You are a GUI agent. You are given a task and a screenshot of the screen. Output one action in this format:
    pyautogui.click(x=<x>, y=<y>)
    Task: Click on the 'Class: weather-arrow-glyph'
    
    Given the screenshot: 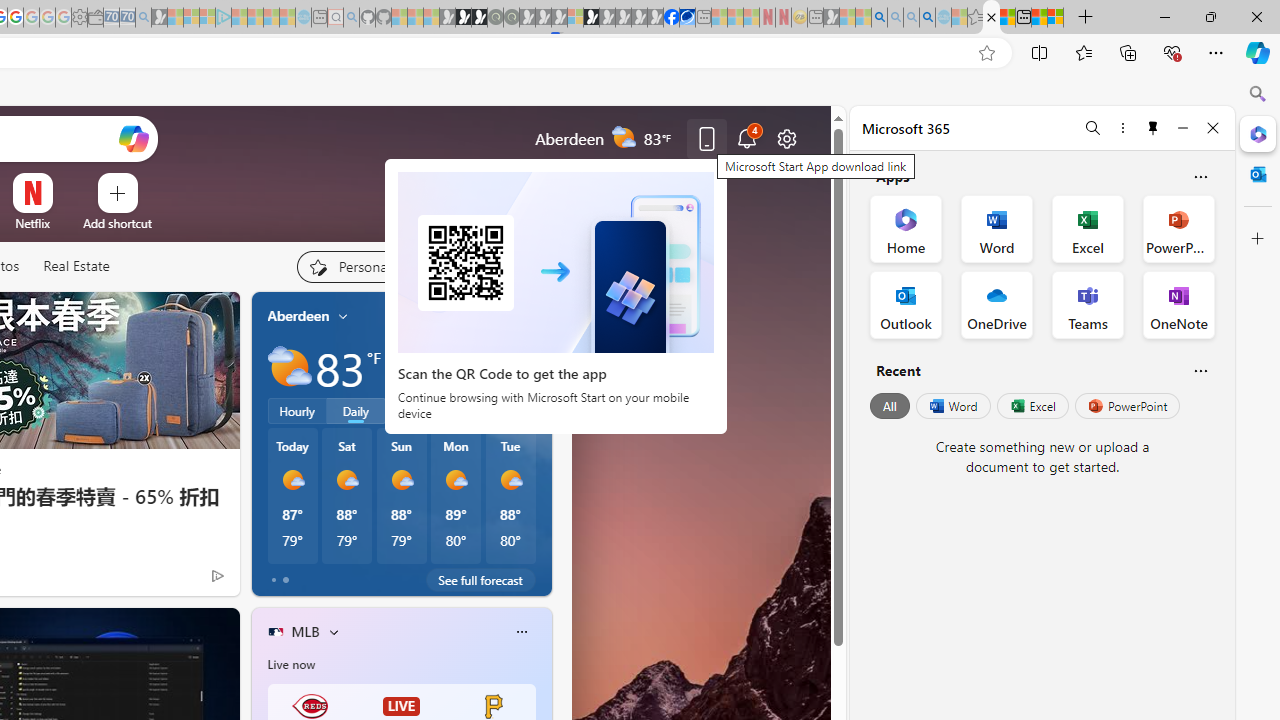 What is the action you would take?
    pyautogui.click(x=531, y=367)
    